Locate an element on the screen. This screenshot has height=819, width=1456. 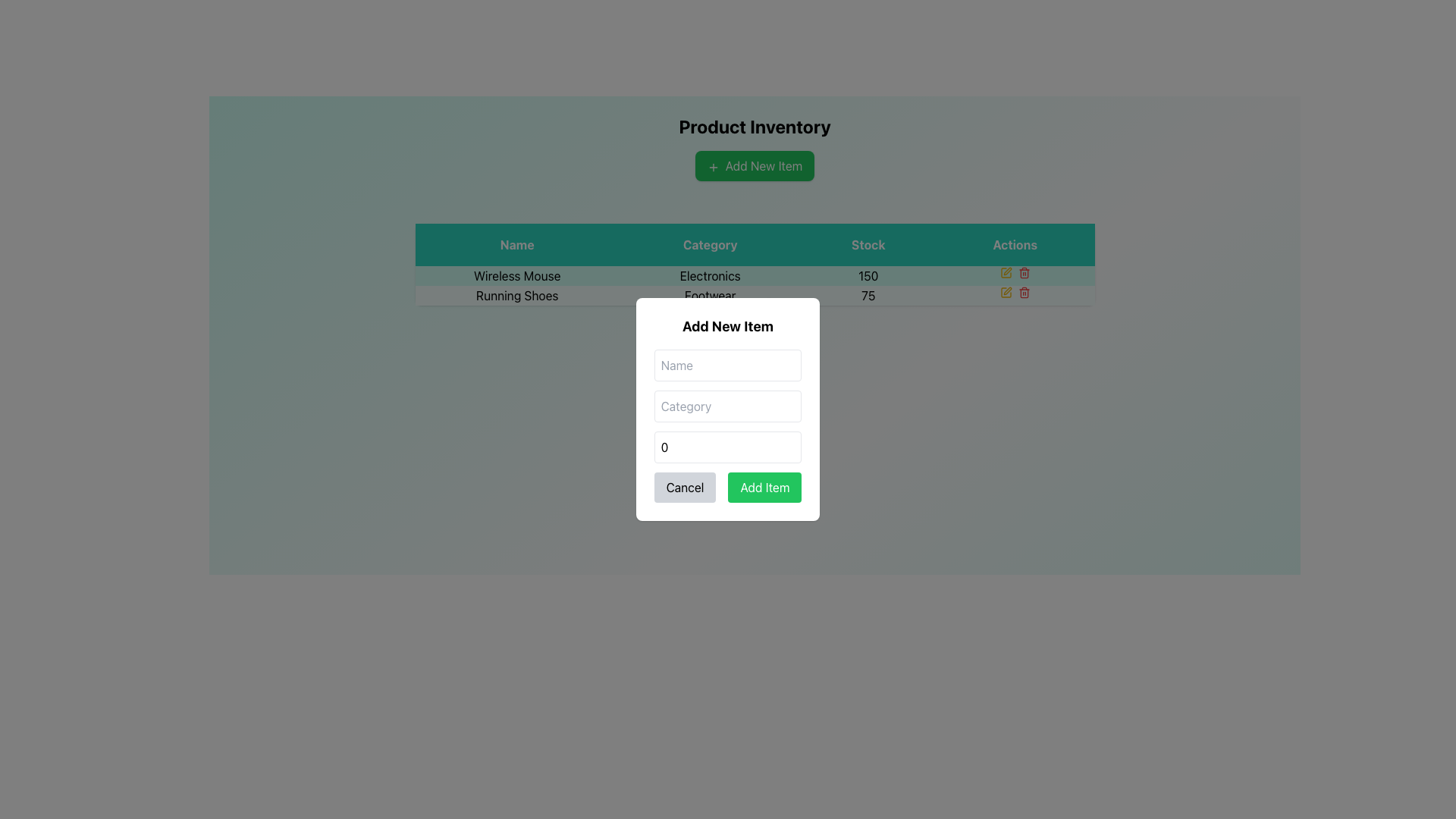
the yellow pen icon button located in the first row of the 'Actions' column is located at coordinates (1006, 271).